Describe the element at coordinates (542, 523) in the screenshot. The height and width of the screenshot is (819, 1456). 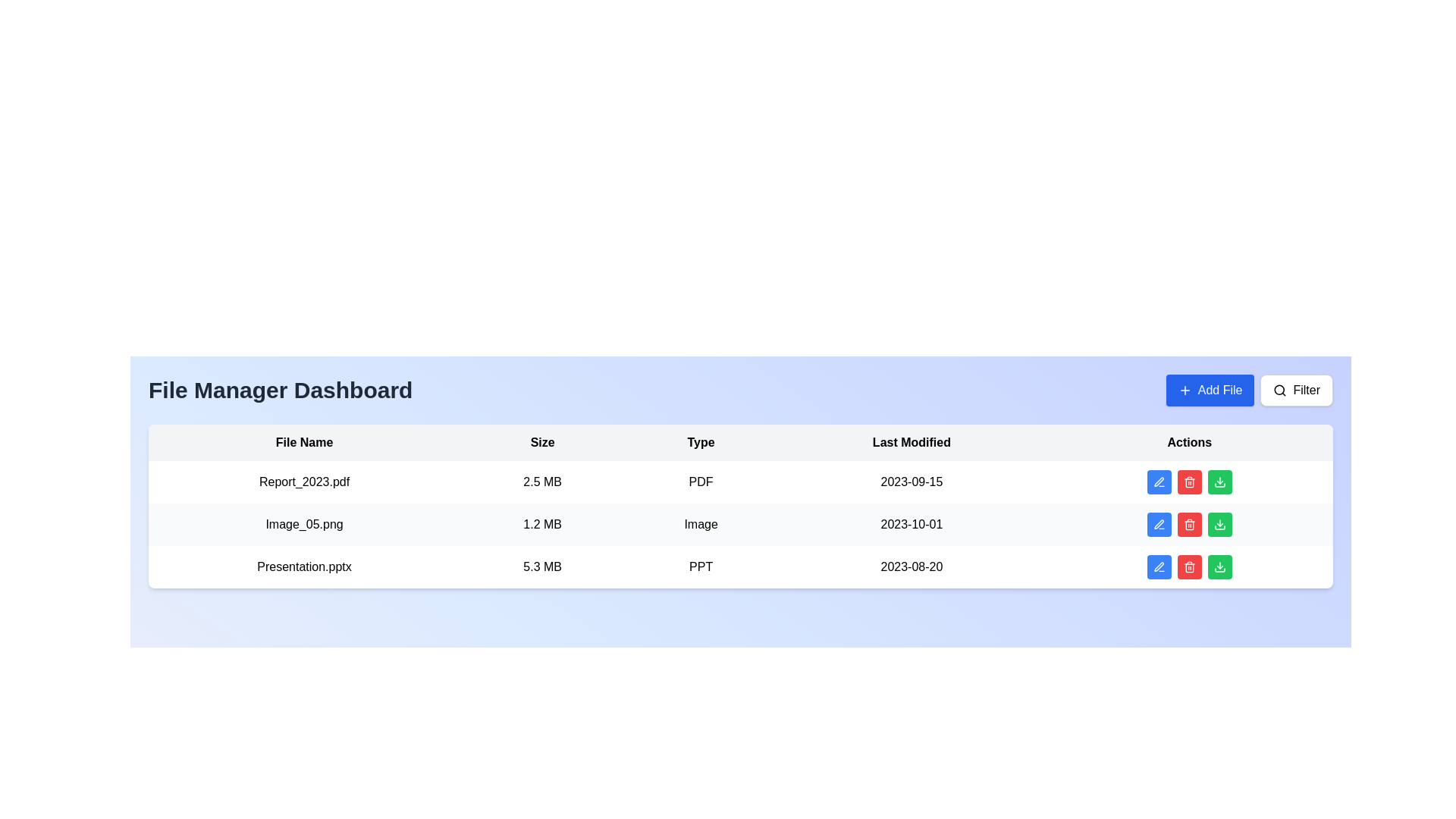
I see `the Text label indicating the file size for the 'Image_05.png' entry in the second row of the file list` at that location.